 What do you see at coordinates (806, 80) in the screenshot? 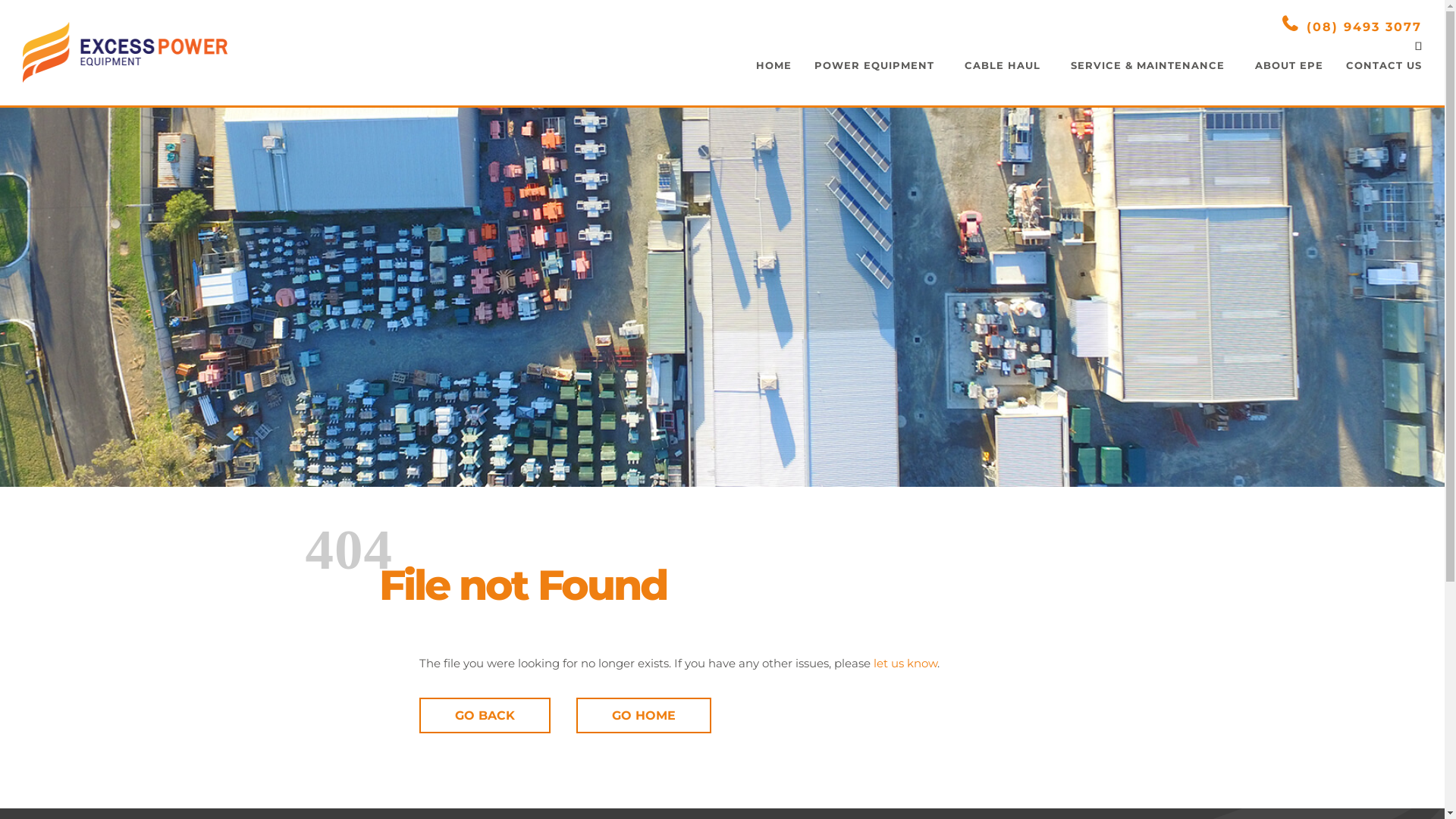
I see `'POWER EQUIPMENT'` at bounding box center [806, 80].